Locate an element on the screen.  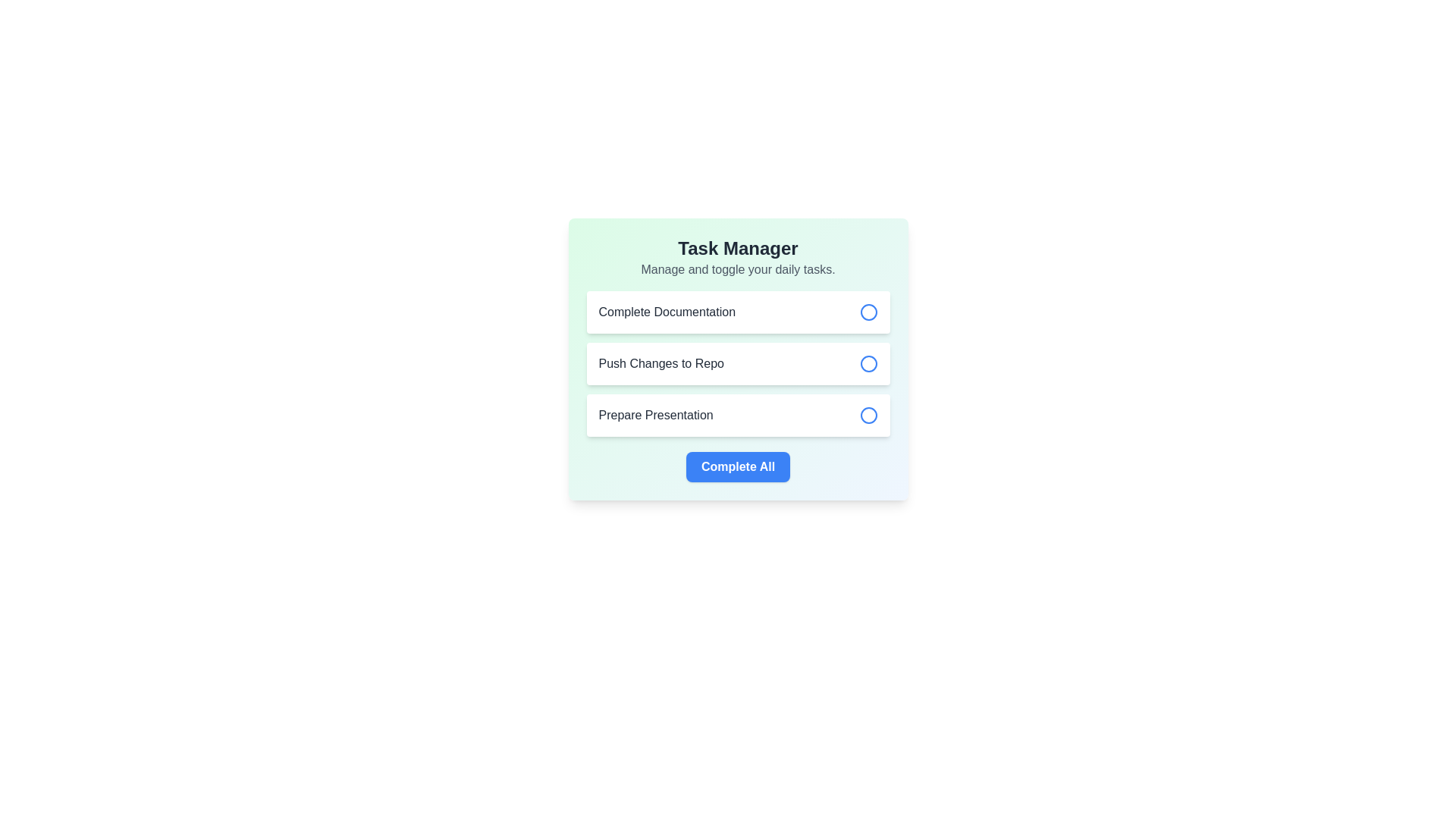
the button located at the bottom center of the 'Task Manager' panel to initiate the designated action for completing all tasks listed above is located at coordinates (738, 466).